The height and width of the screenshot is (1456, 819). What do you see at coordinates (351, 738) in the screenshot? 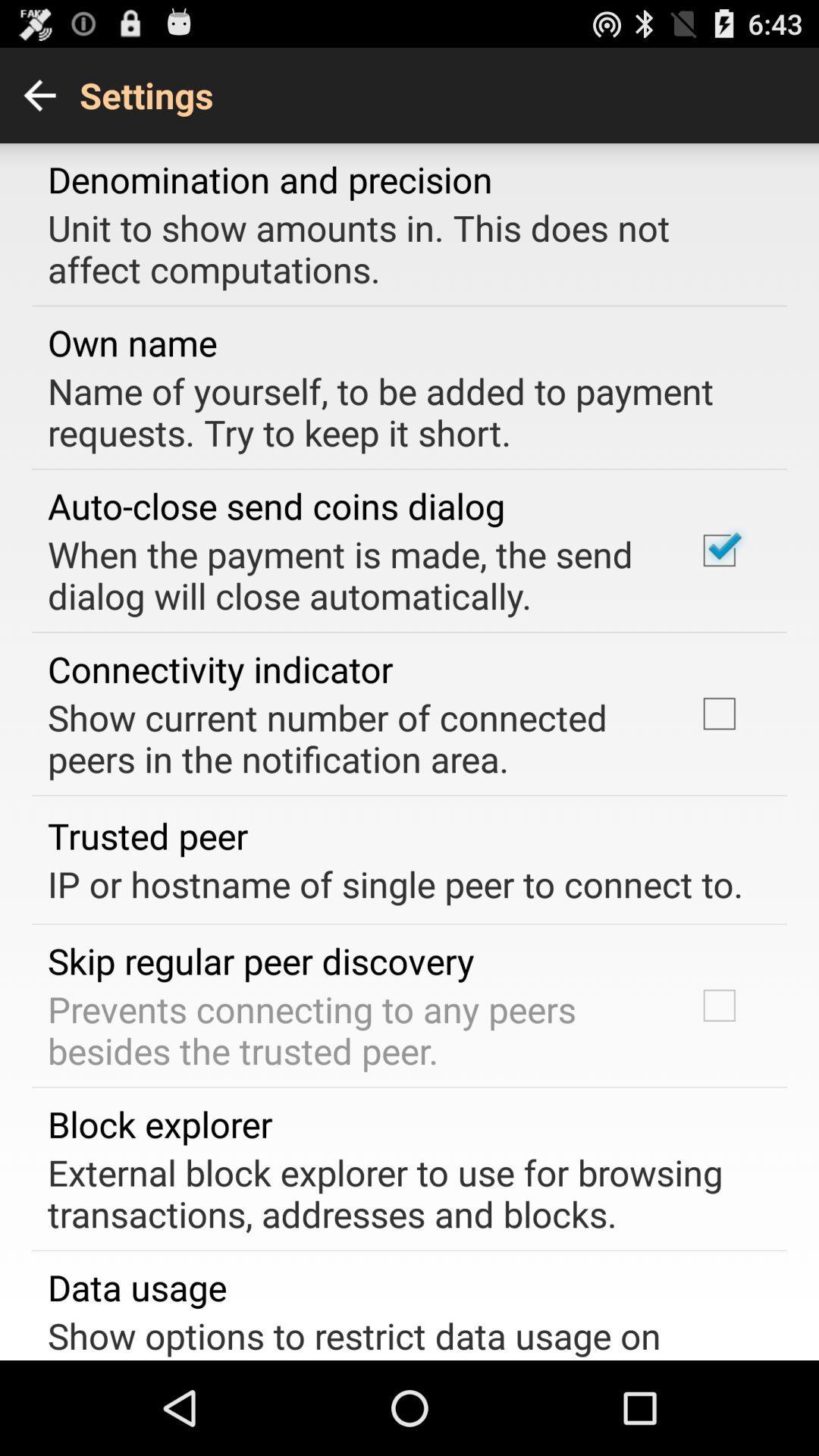
I see `icon below the connectivity indicator icon` at bounding box center [351, 738].